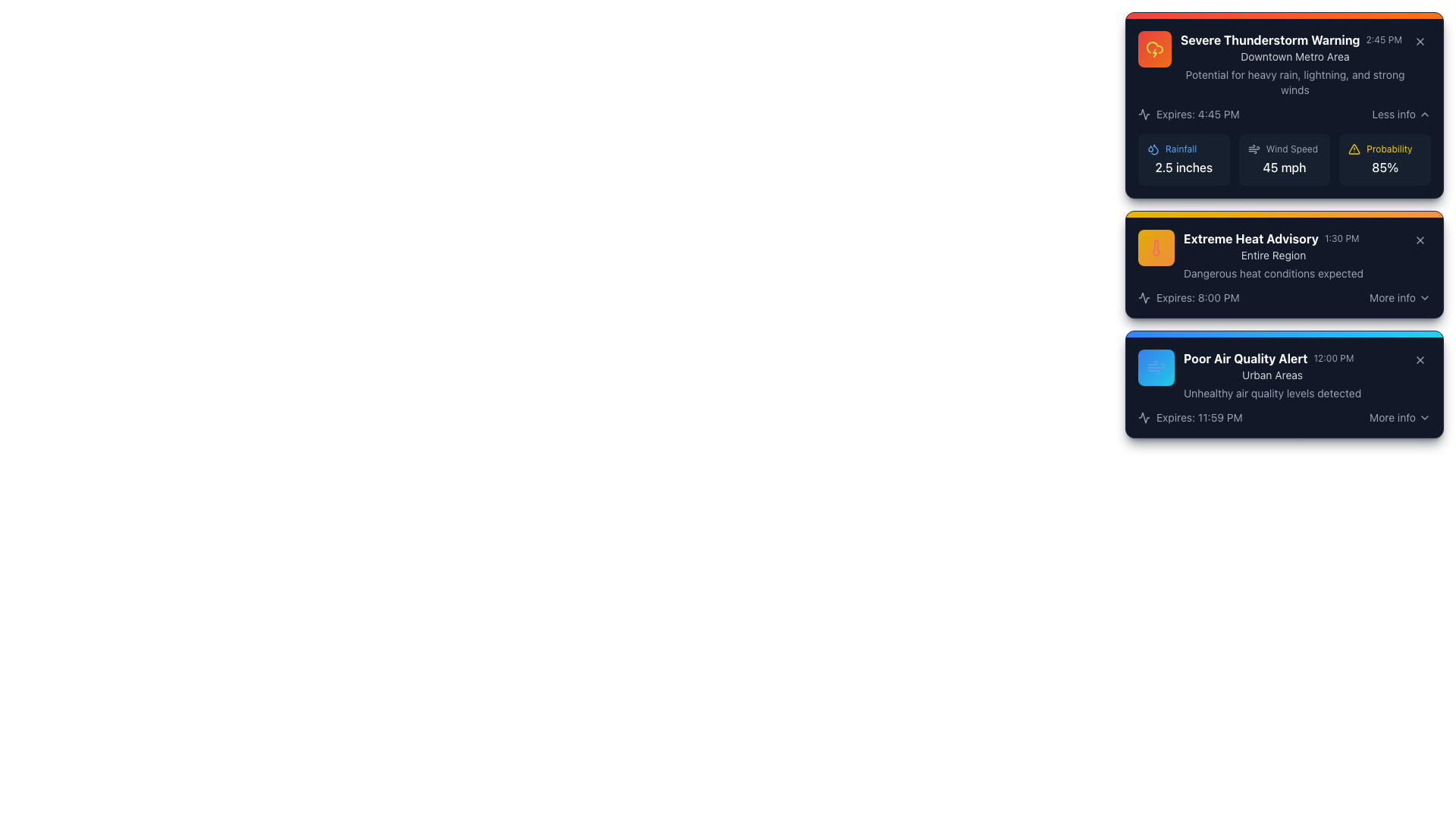 The width and height of the screenshot is (1456, 819). I want to click on the decorative bar located at the top of the first alert card, which indicates the severity of the alert associated with the title 'Severe Thunderstorm Warning', so click(1284, 15).